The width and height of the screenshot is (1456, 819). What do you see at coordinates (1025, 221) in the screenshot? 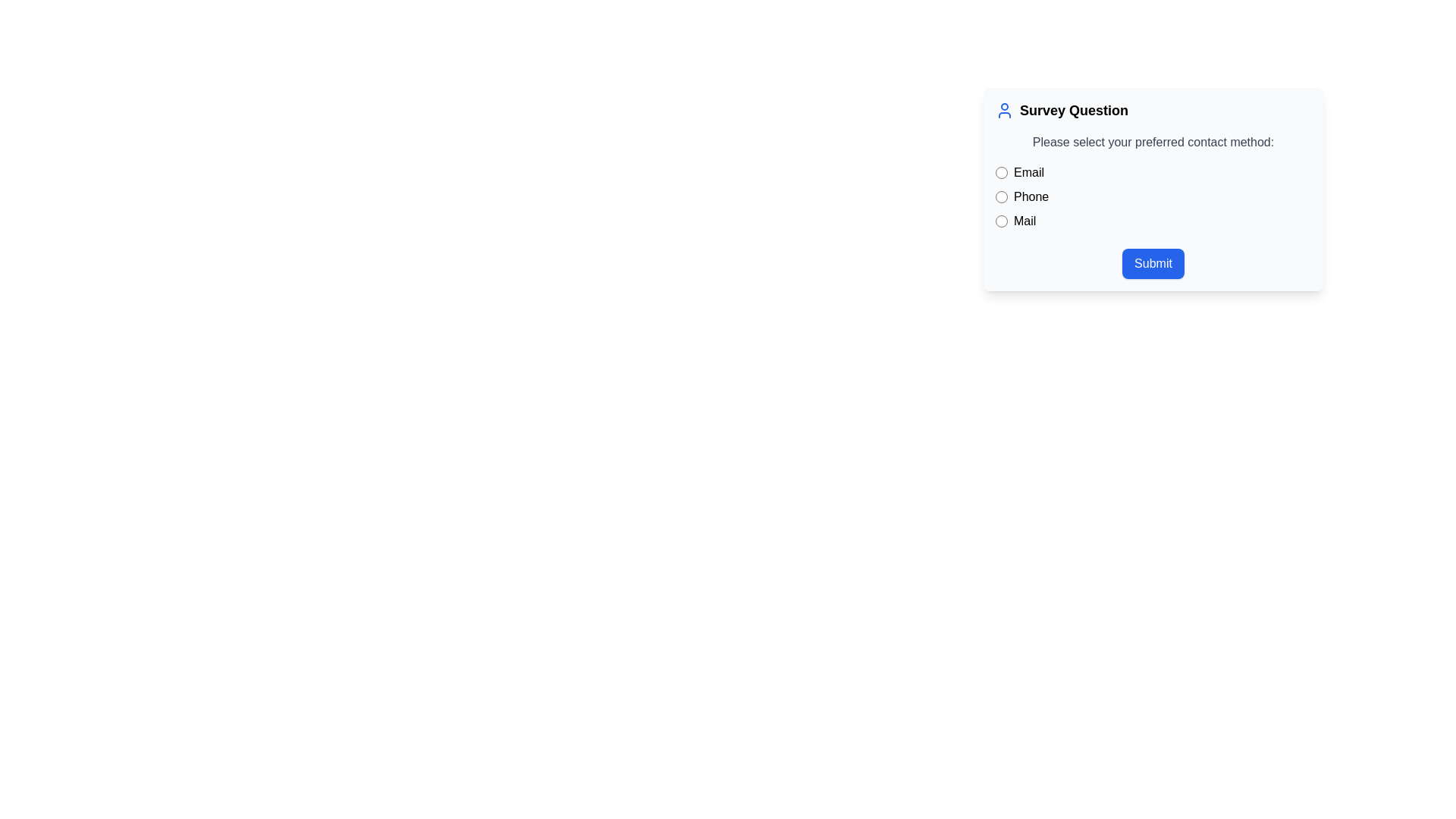
I see `text label displaying 'Mail' which is positioned to the right of a radio button in a vertical stack of options` at bounding box center [1025, 221].